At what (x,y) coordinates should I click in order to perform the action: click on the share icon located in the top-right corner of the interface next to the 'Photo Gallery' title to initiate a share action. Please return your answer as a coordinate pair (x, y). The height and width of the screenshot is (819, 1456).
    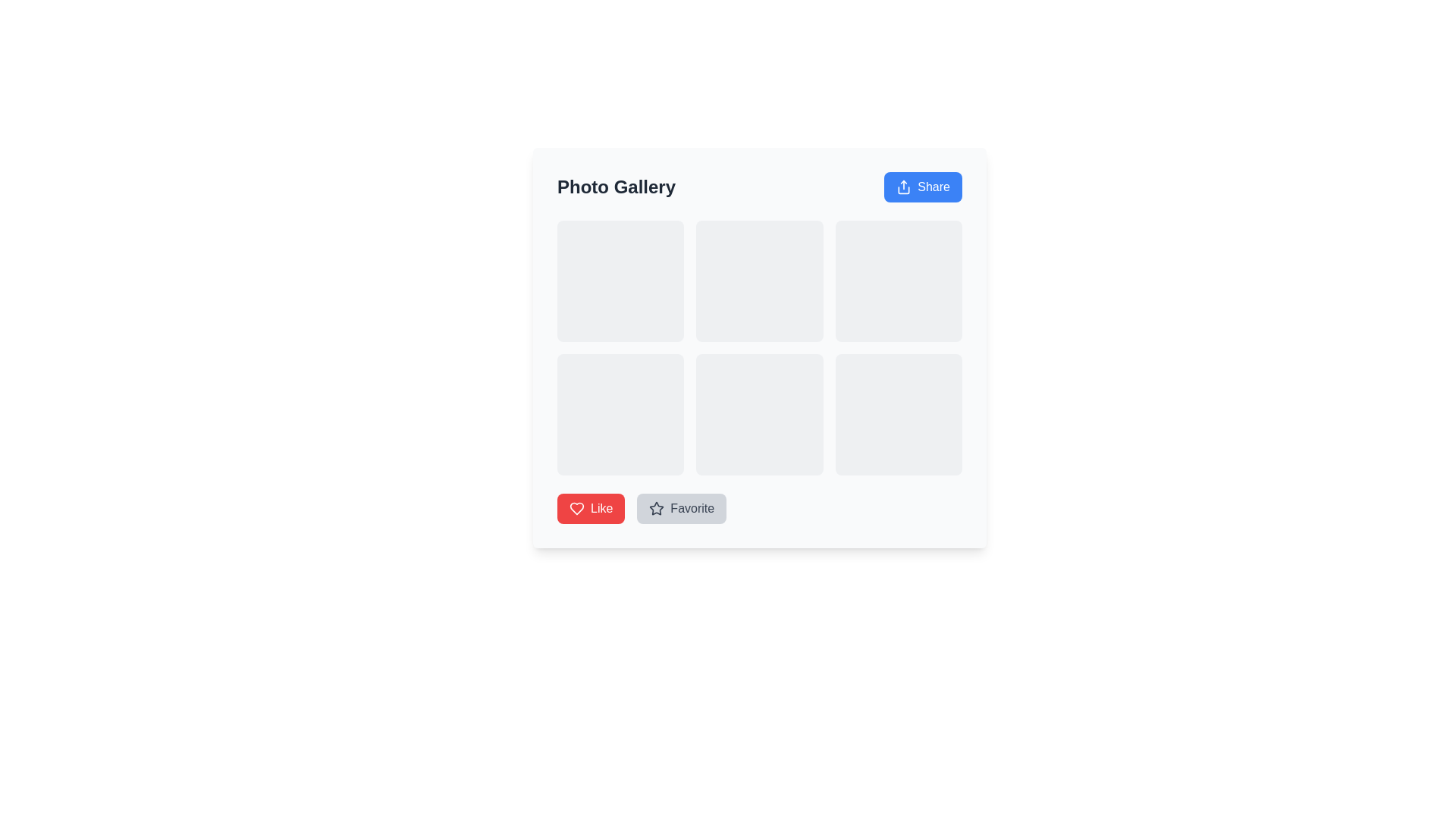
    Looking at the image, I should click on (904, 186).